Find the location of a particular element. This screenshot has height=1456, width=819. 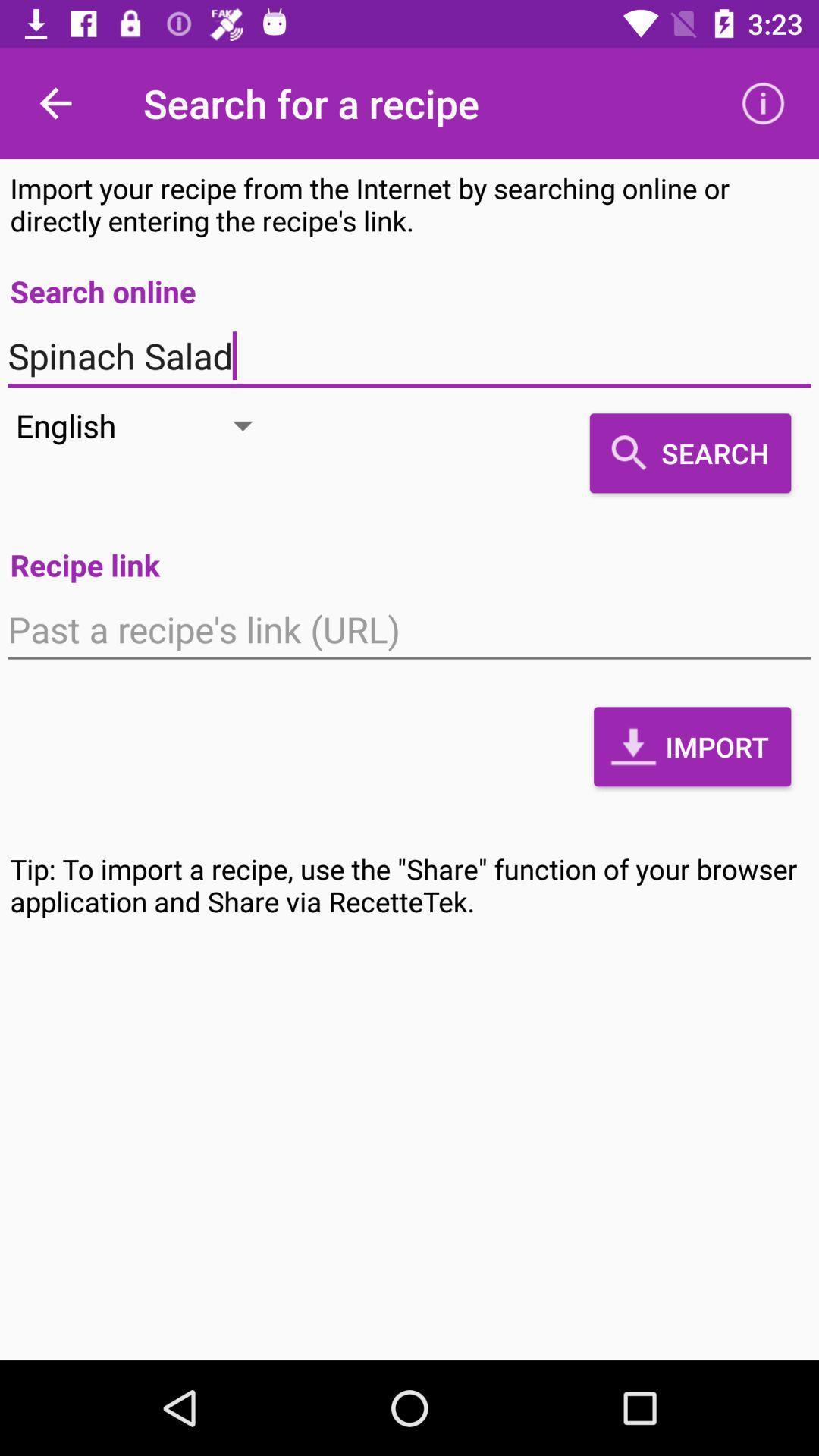

spinach salad item is located at coordinates (409, 356).